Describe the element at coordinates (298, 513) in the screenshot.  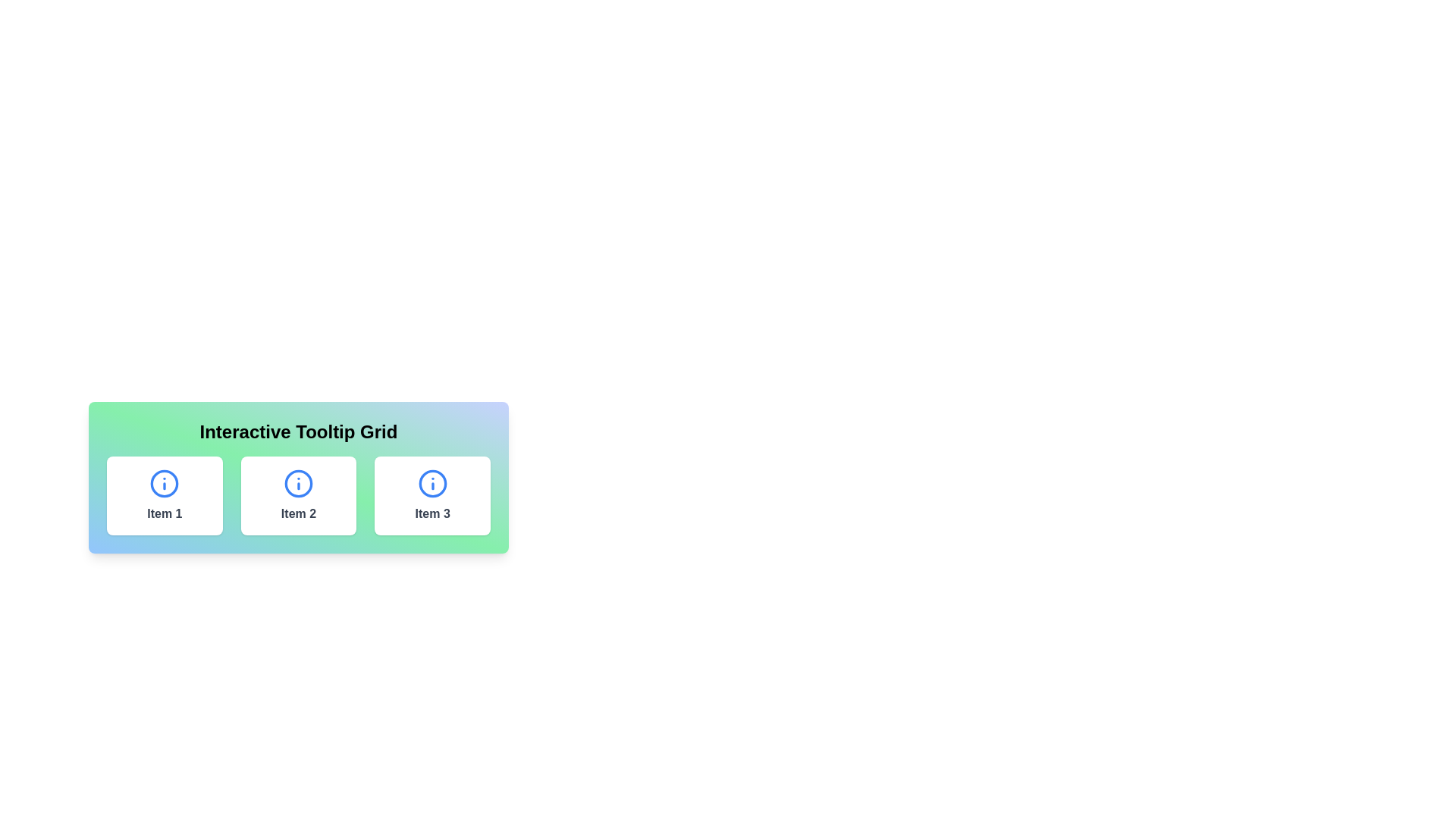
I see `the text label located at the bottom center of the middle white card in the Interactive Tooltip Grid, which provides contextual information about the card's content` at that location.